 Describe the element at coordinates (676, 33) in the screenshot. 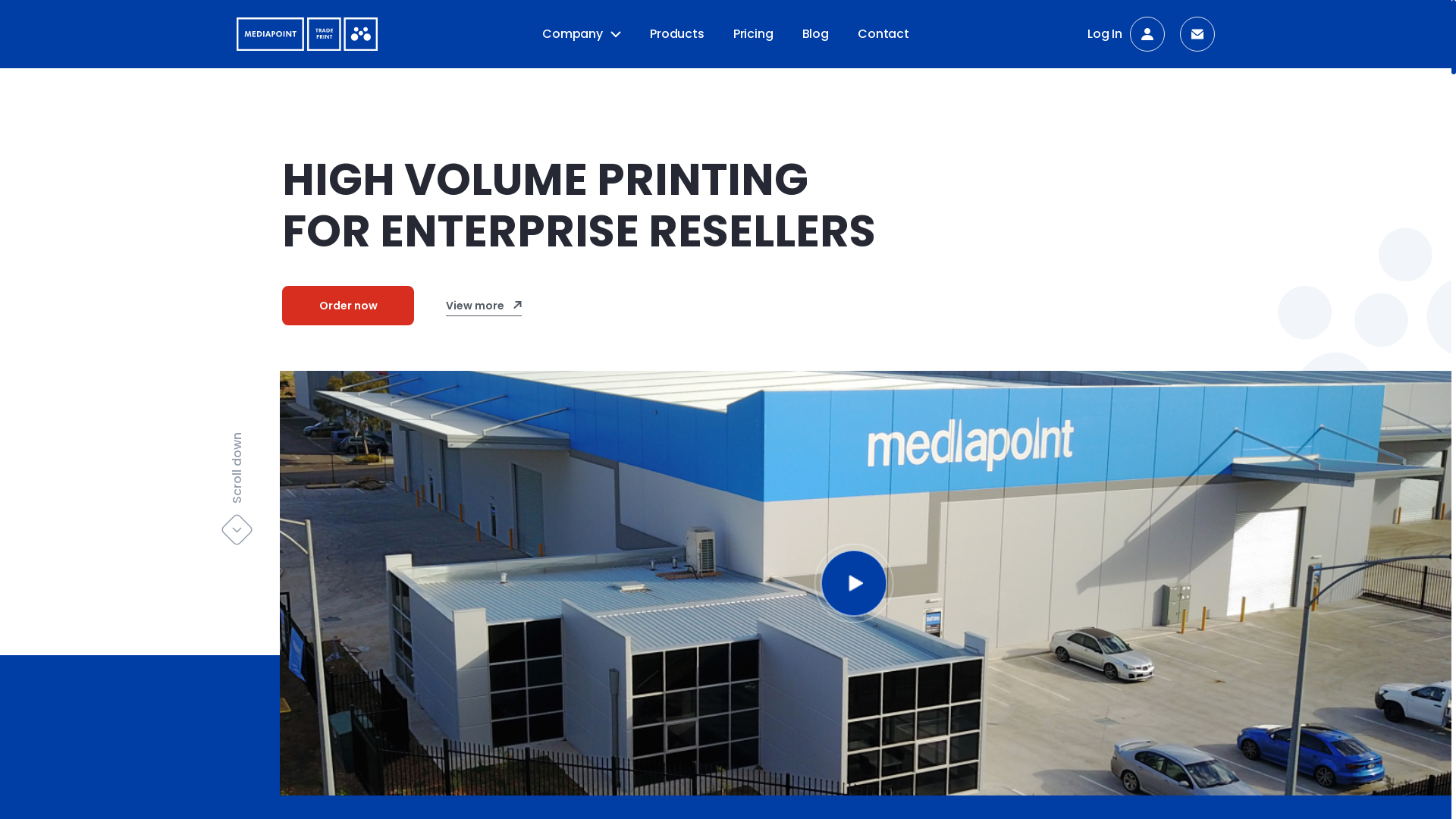

I see `'Products'` at that location.